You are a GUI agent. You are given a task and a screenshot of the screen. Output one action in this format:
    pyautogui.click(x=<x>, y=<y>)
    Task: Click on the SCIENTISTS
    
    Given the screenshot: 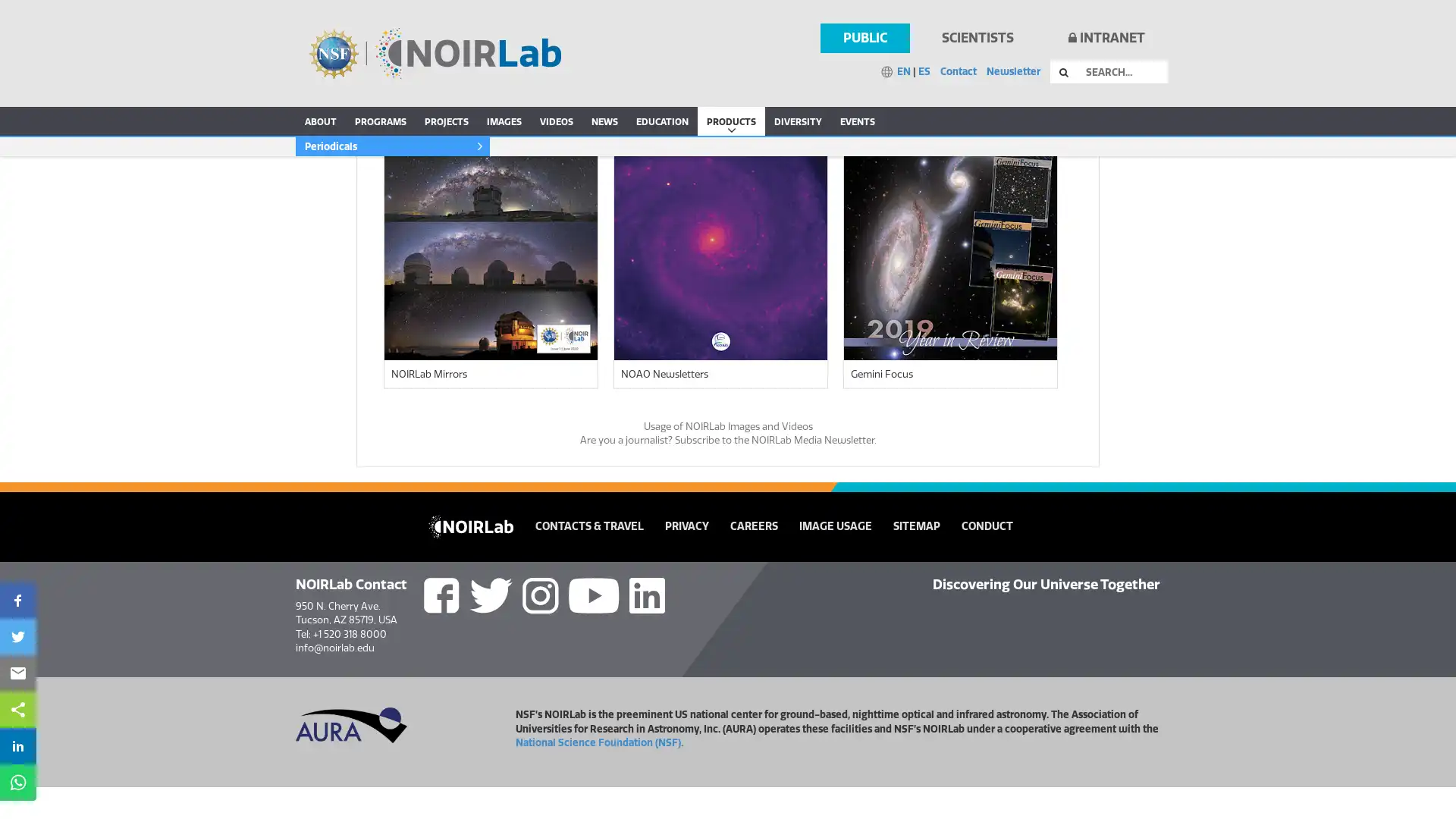 What is the action you would take?
    pyautogui.click(x=977, y=37)
    